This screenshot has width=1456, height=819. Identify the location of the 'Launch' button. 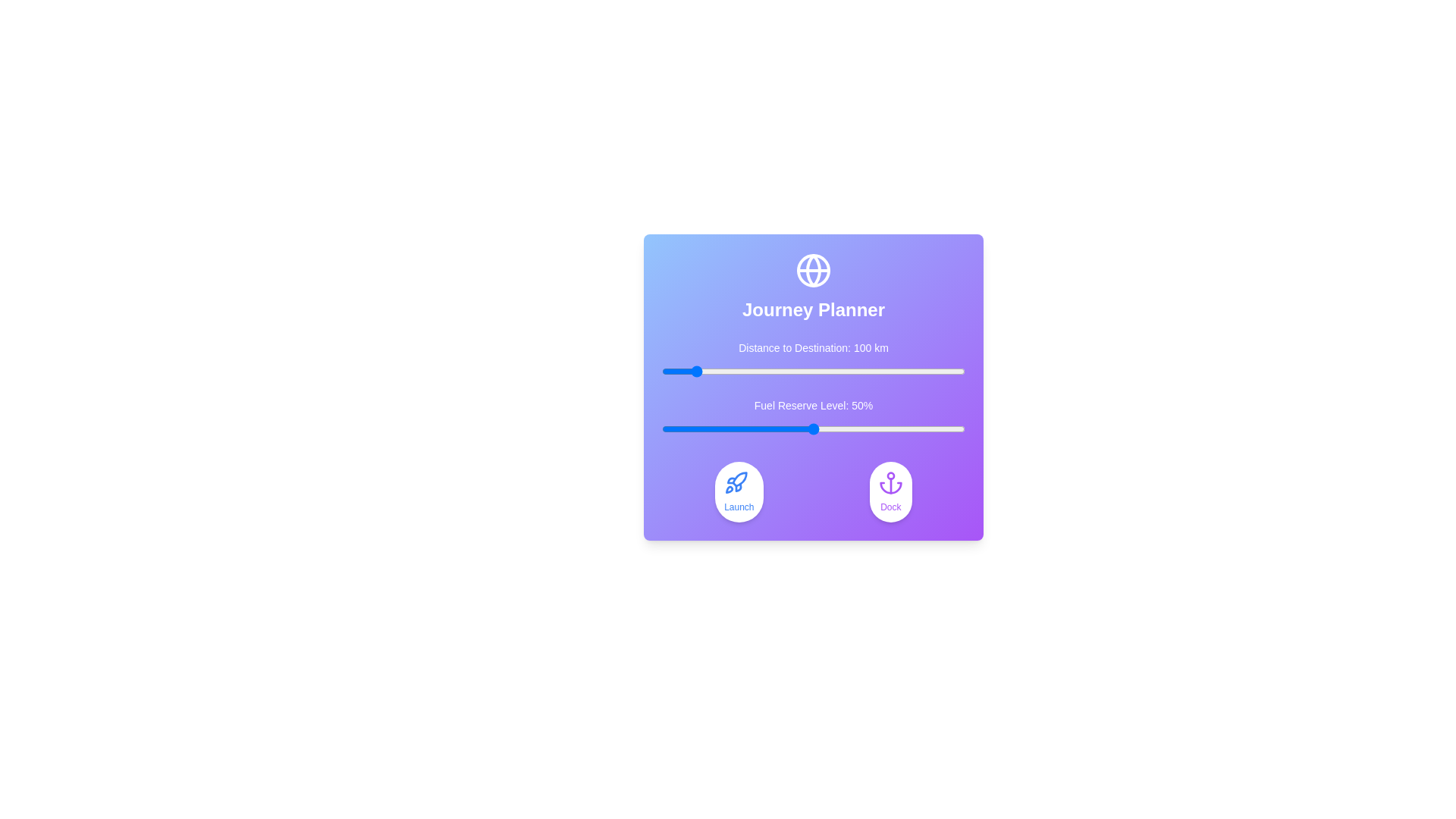
(739, 491).